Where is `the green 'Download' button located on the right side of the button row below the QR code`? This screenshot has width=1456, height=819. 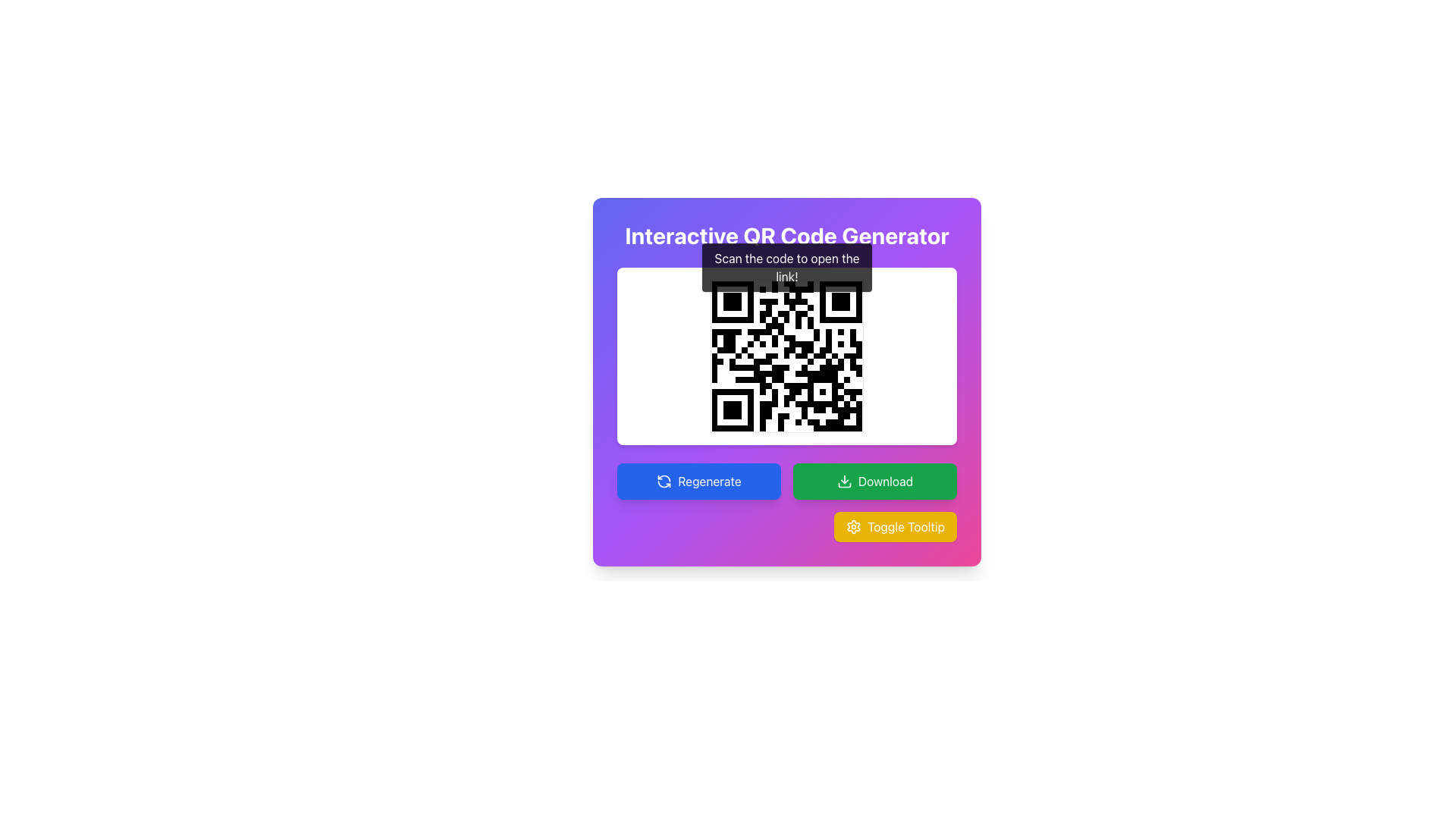
the green 'Download' button located on the right side of the button row below the QR code is located at coordinates (874, 482).